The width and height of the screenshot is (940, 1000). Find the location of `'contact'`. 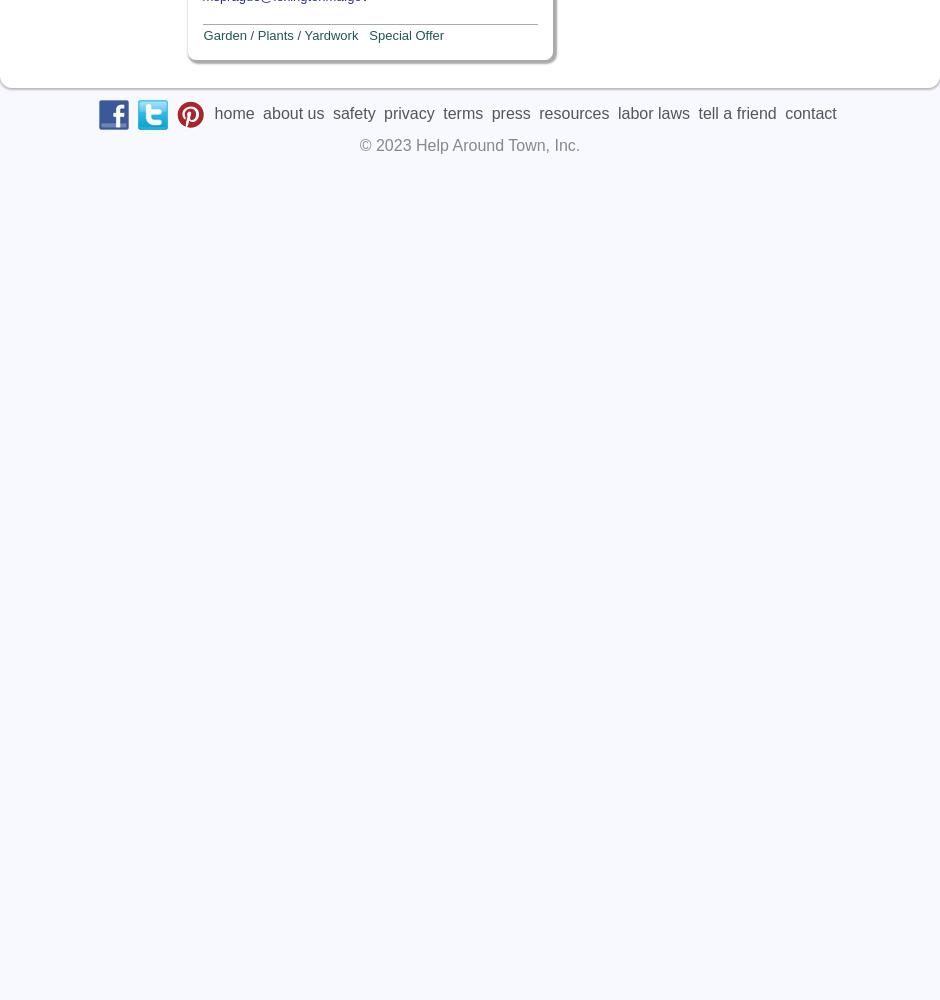

'contact' is located at coordinates (810, 111).